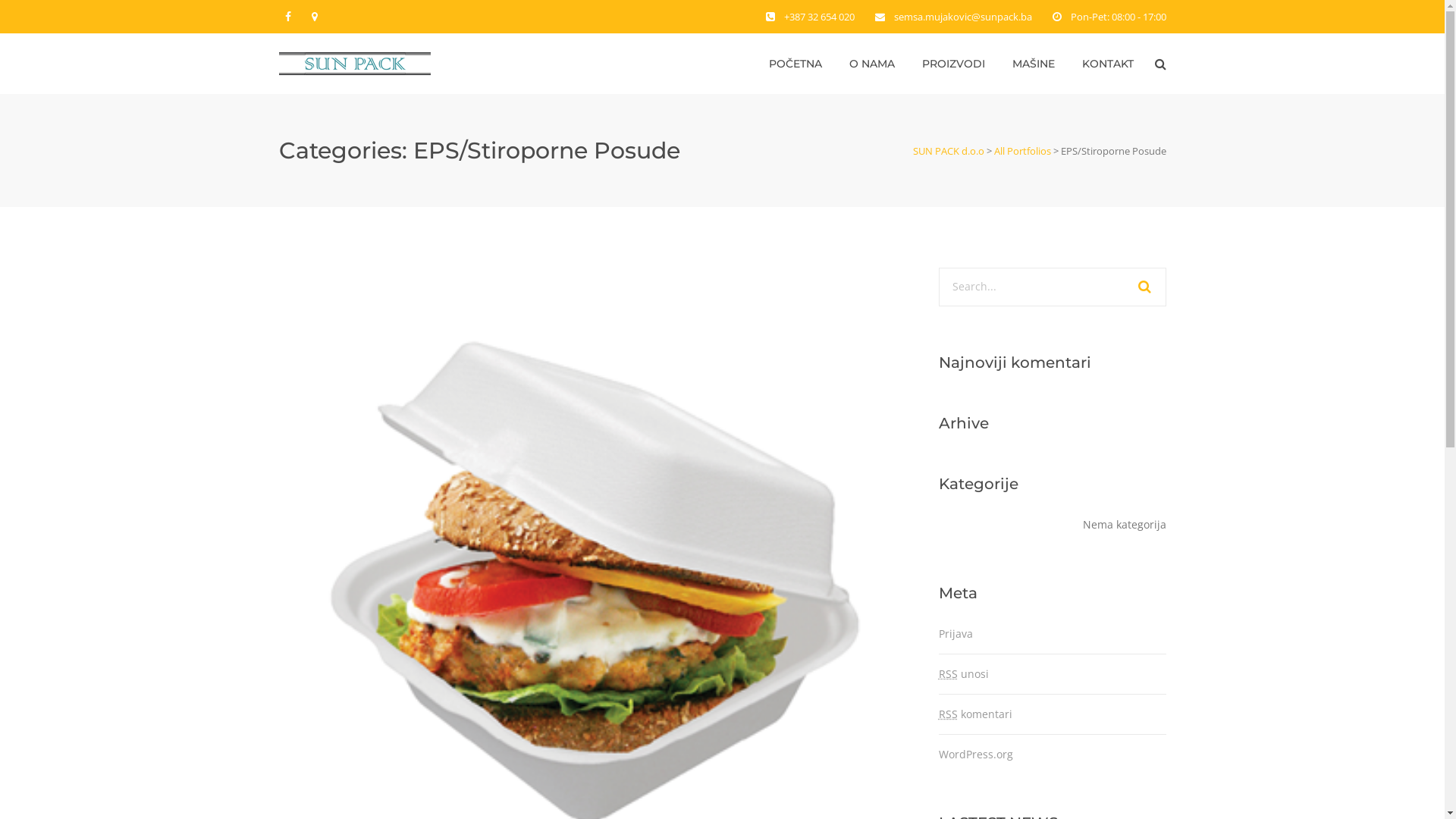  Describe the element at coordinates (963, 673) in the screenshot. I see `'RSS unosi'` at that location.